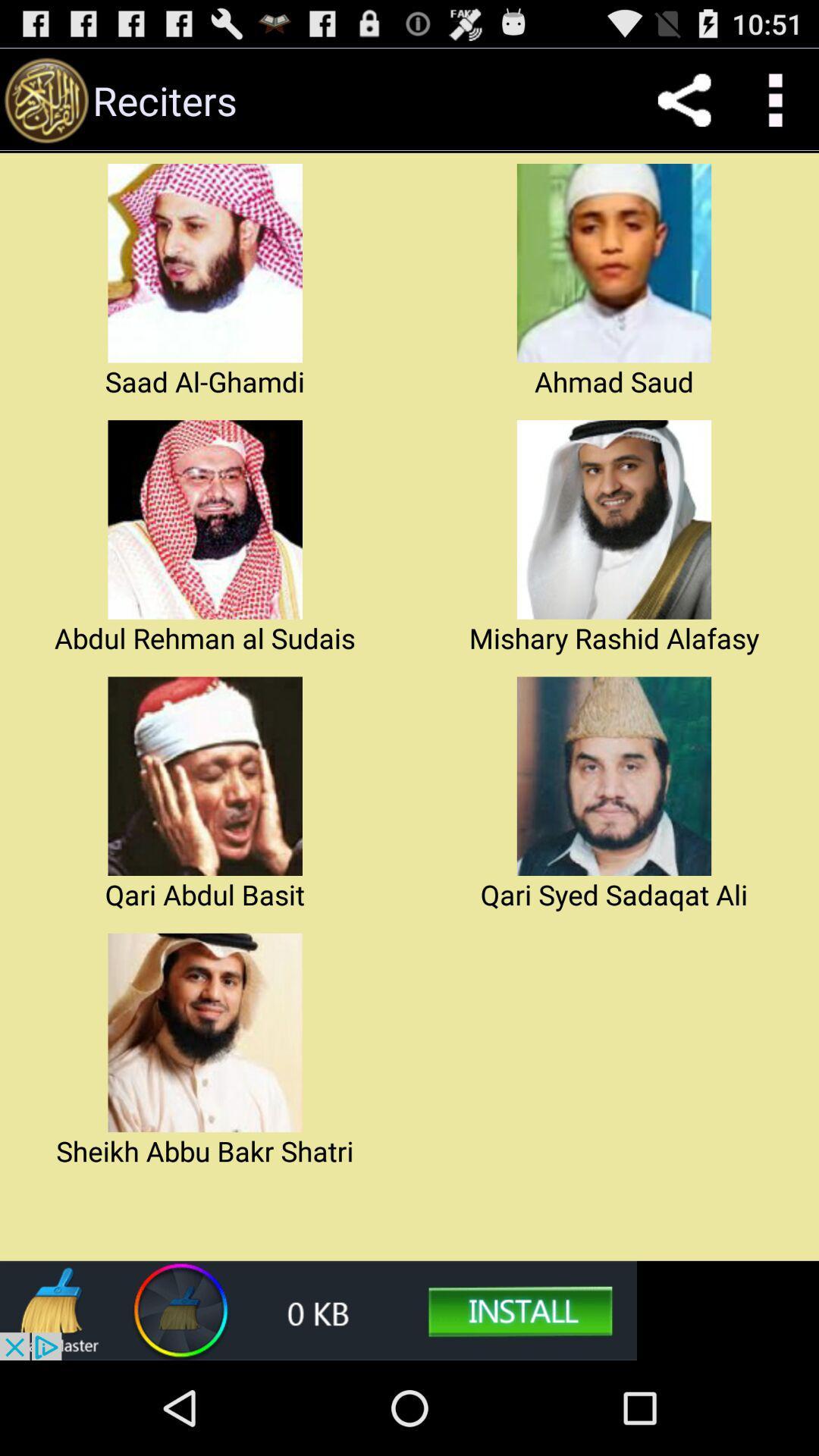 Image resolution: width=819 pixels, height=1456 pixels. Describe the element at coordinates (773, 99) in the screenshot. I see `the customize and control` at that location.